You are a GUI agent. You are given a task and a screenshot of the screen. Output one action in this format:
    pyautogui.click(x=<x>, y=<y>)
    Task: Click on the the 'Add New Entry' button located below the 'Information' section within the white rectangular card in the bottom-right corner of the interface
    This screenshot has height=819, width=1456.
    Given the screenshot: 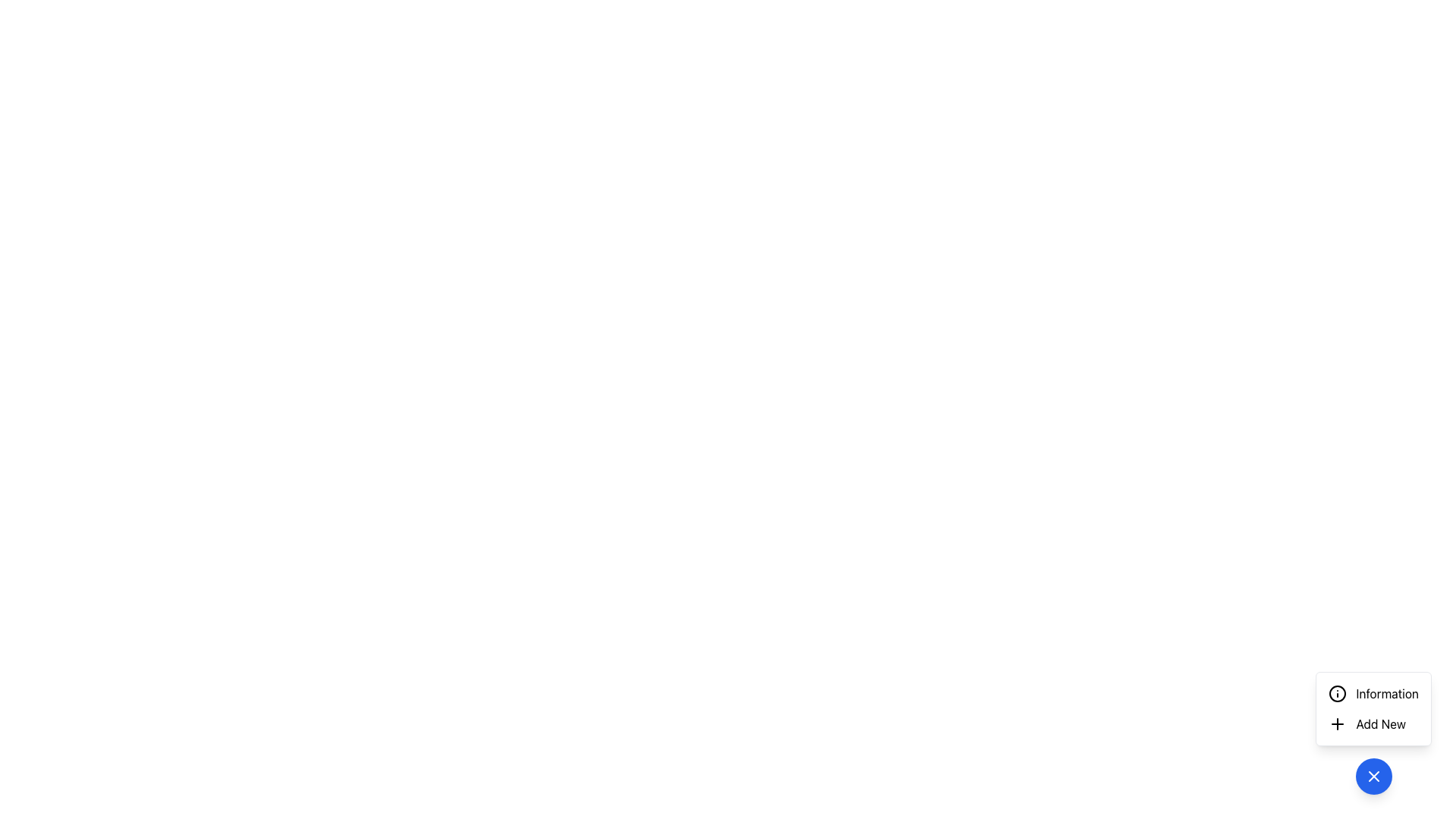 What is the action you would take?
    pyautogui.click(x=1367, y=723)
    